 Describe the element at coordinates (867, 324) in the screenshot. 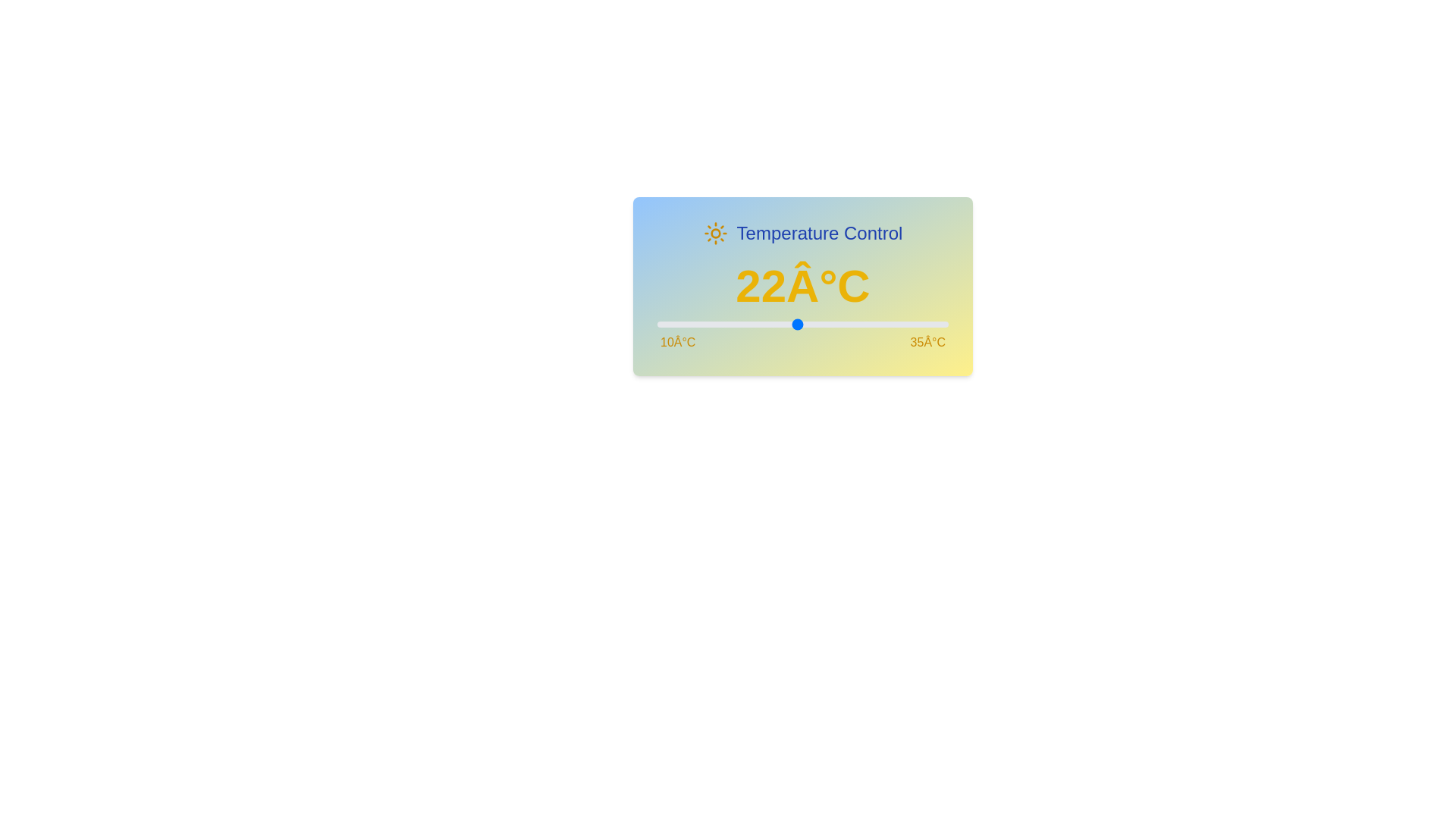

I see `the temperature slider to set the temperature to 28°C` at that location.